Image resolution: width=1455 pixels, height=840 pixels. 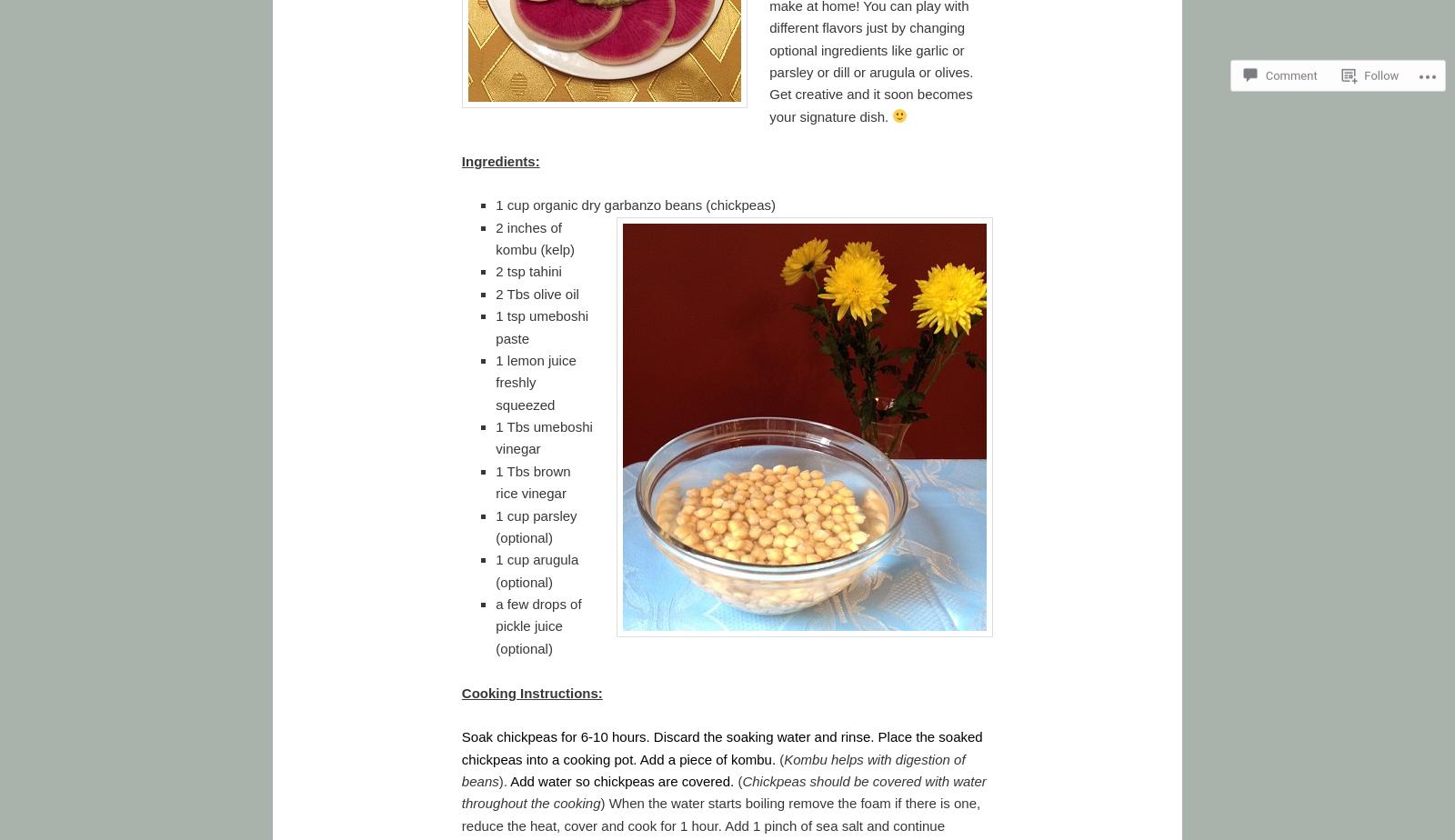 I want to click on 'ans (chickpeas)', so click(x=727, y=205).